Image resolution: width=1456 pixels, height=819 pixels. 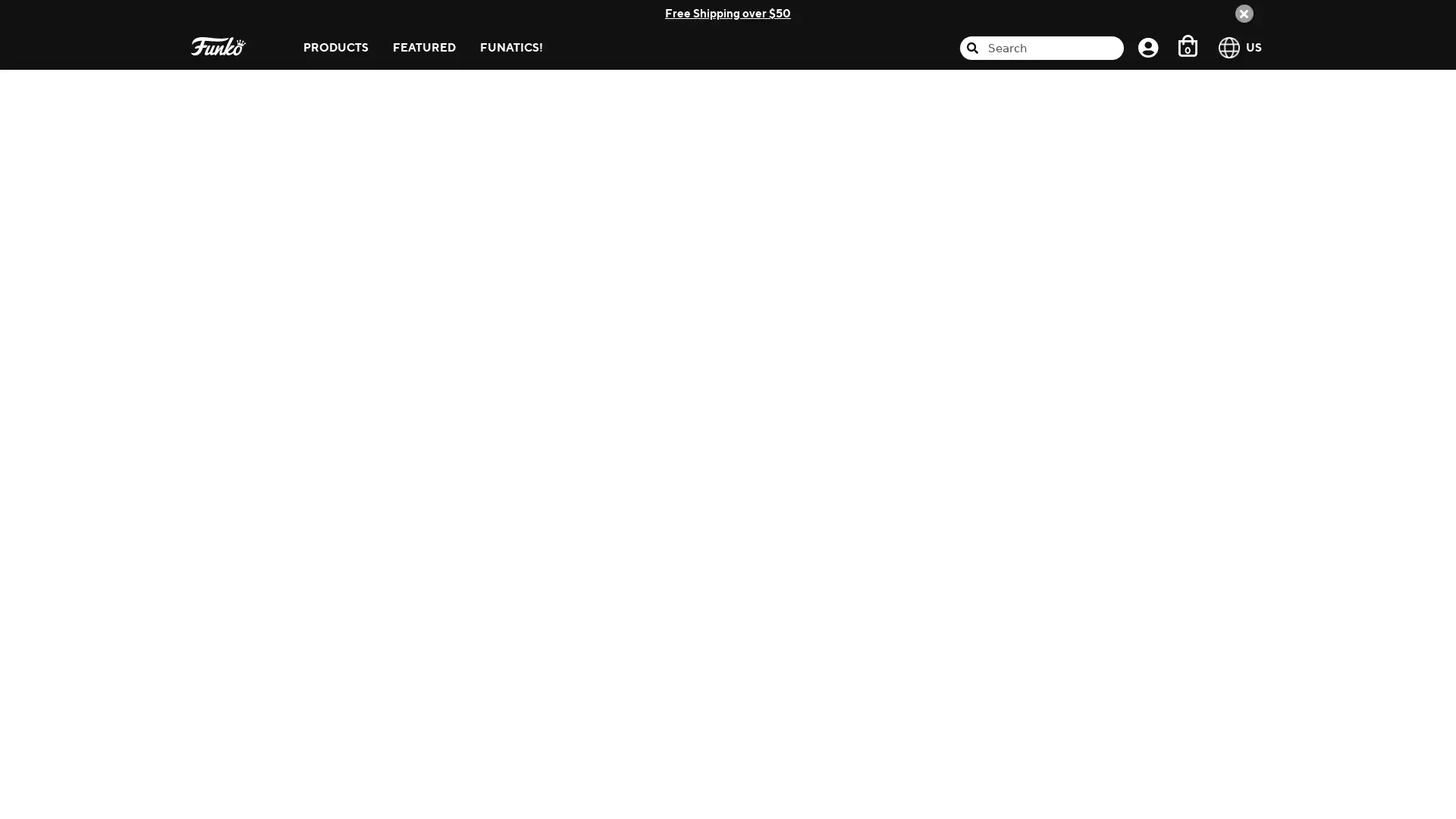 I want to click on select country US, so click(x=1243, y=46).